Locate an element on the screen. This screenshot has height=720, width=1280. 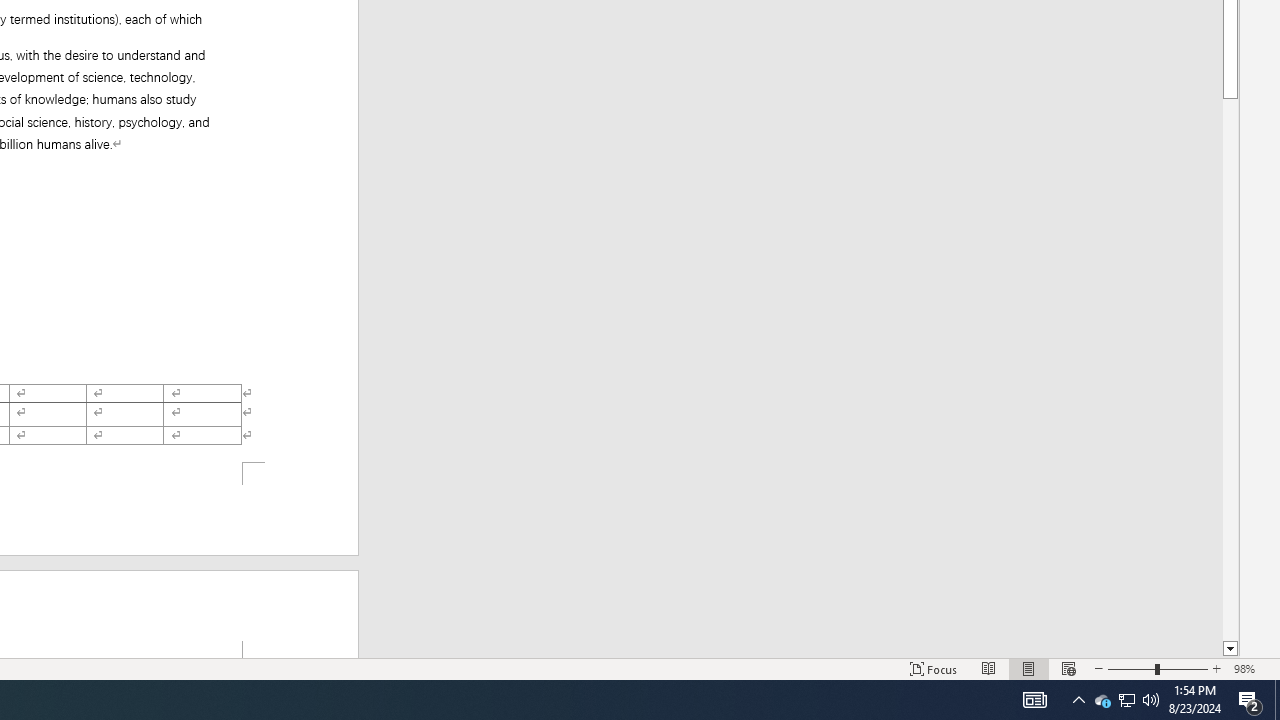
'Line down' is located at coordinates (1229, 649).